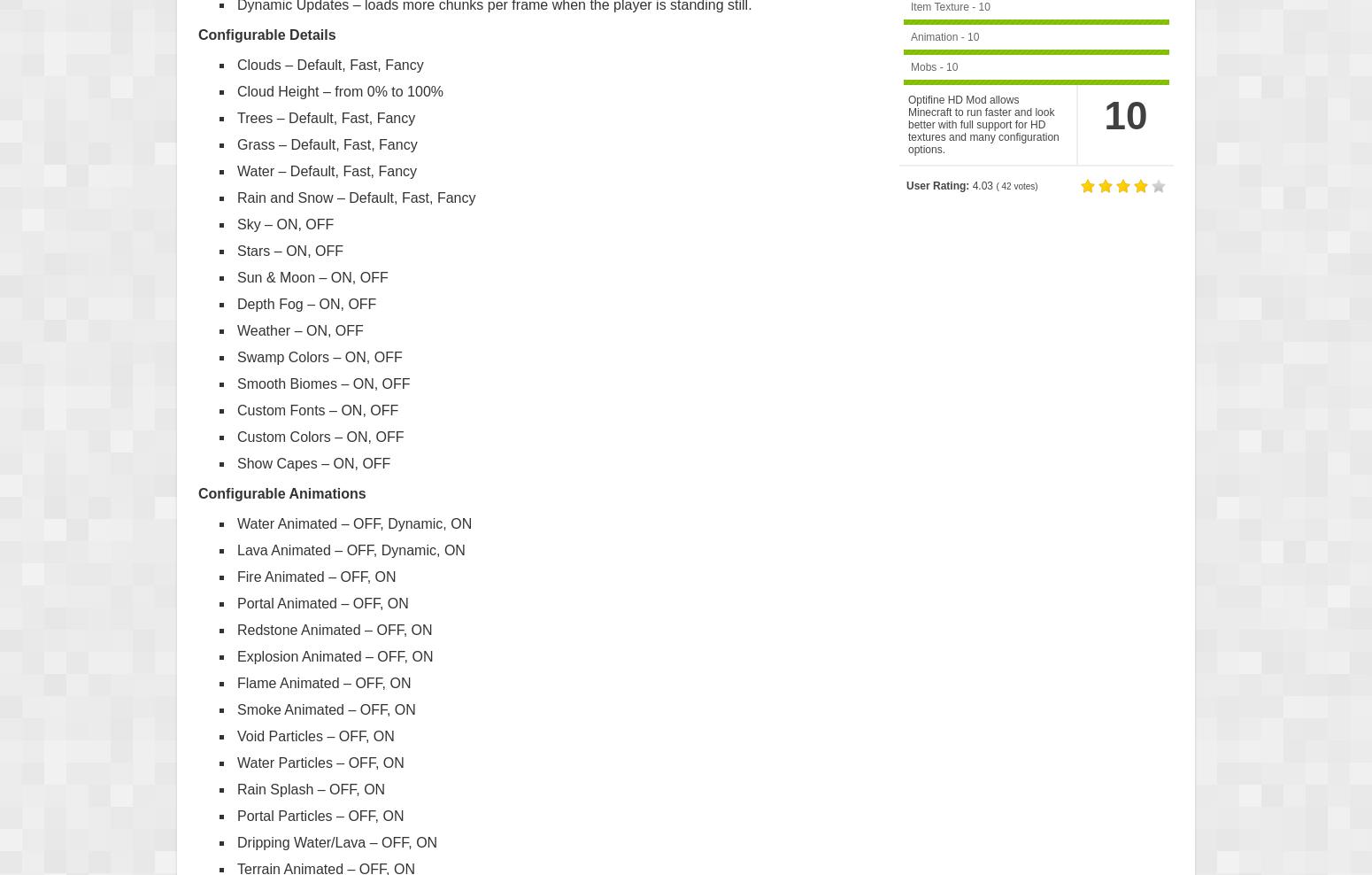 The image size is (1372, 875). I want to click on 'Water Particles – OFF, ON', so click(319, 762).